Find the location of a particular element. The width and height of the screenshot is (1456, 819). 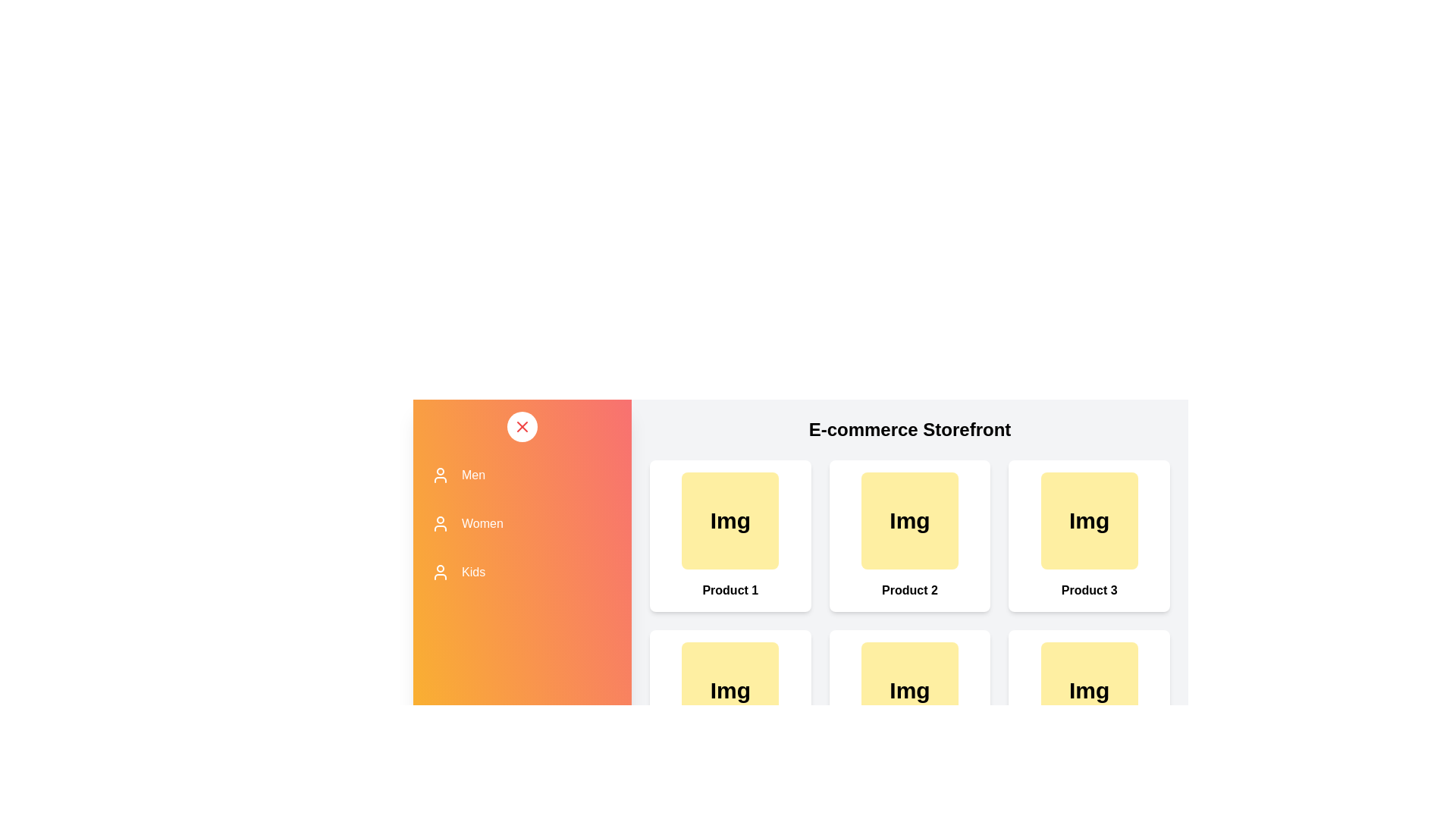

the category Women to observe its hover effect is located at coordinates (522, 522).